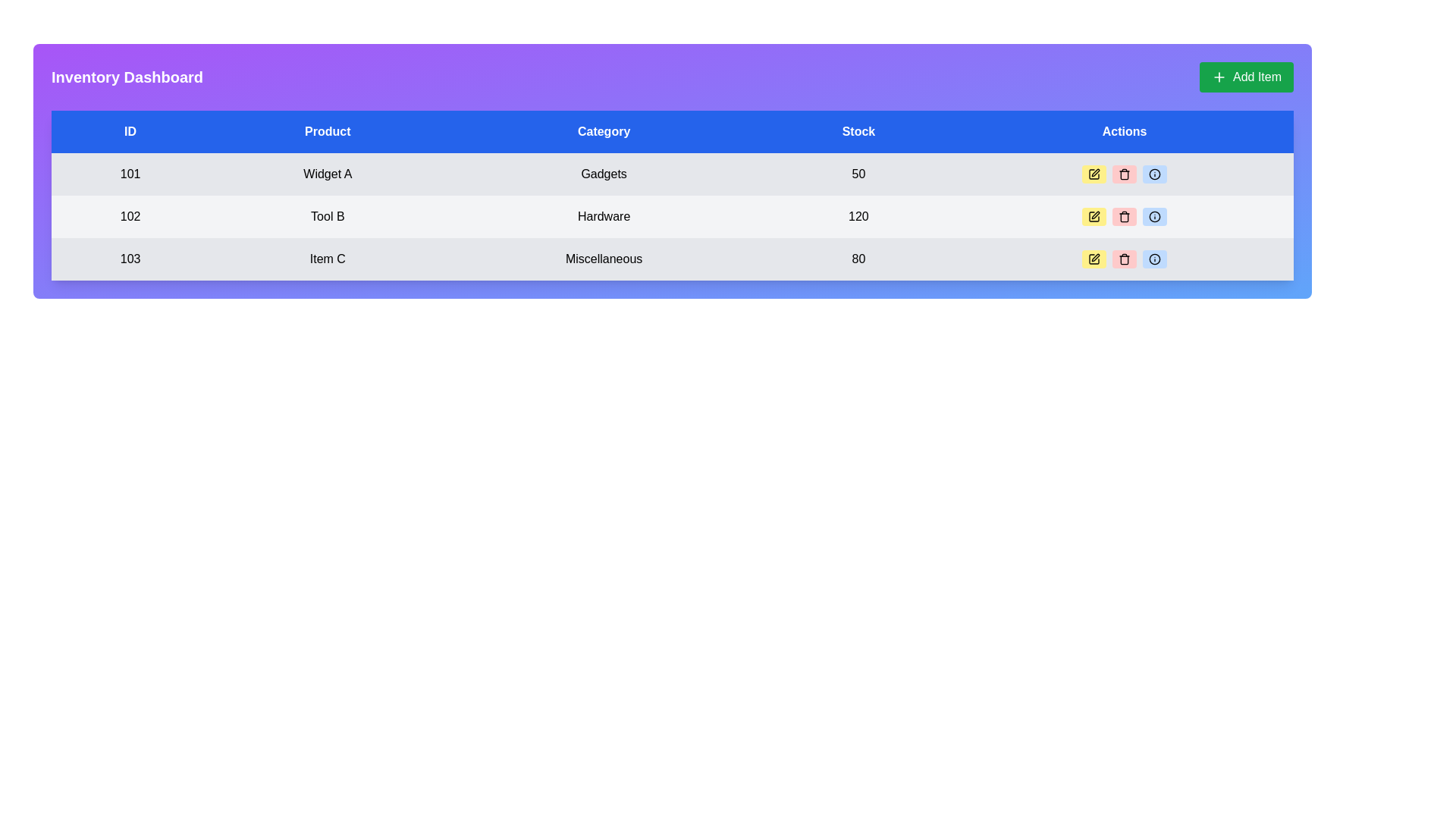 The height and width of the screenshot is (819, 1456). Describe the element at coordinates (130, 259) in the screenshot. I see `the text label component in the first column of the third row of the table, which serves as an identifier likely indicating a unique ID` at that location.